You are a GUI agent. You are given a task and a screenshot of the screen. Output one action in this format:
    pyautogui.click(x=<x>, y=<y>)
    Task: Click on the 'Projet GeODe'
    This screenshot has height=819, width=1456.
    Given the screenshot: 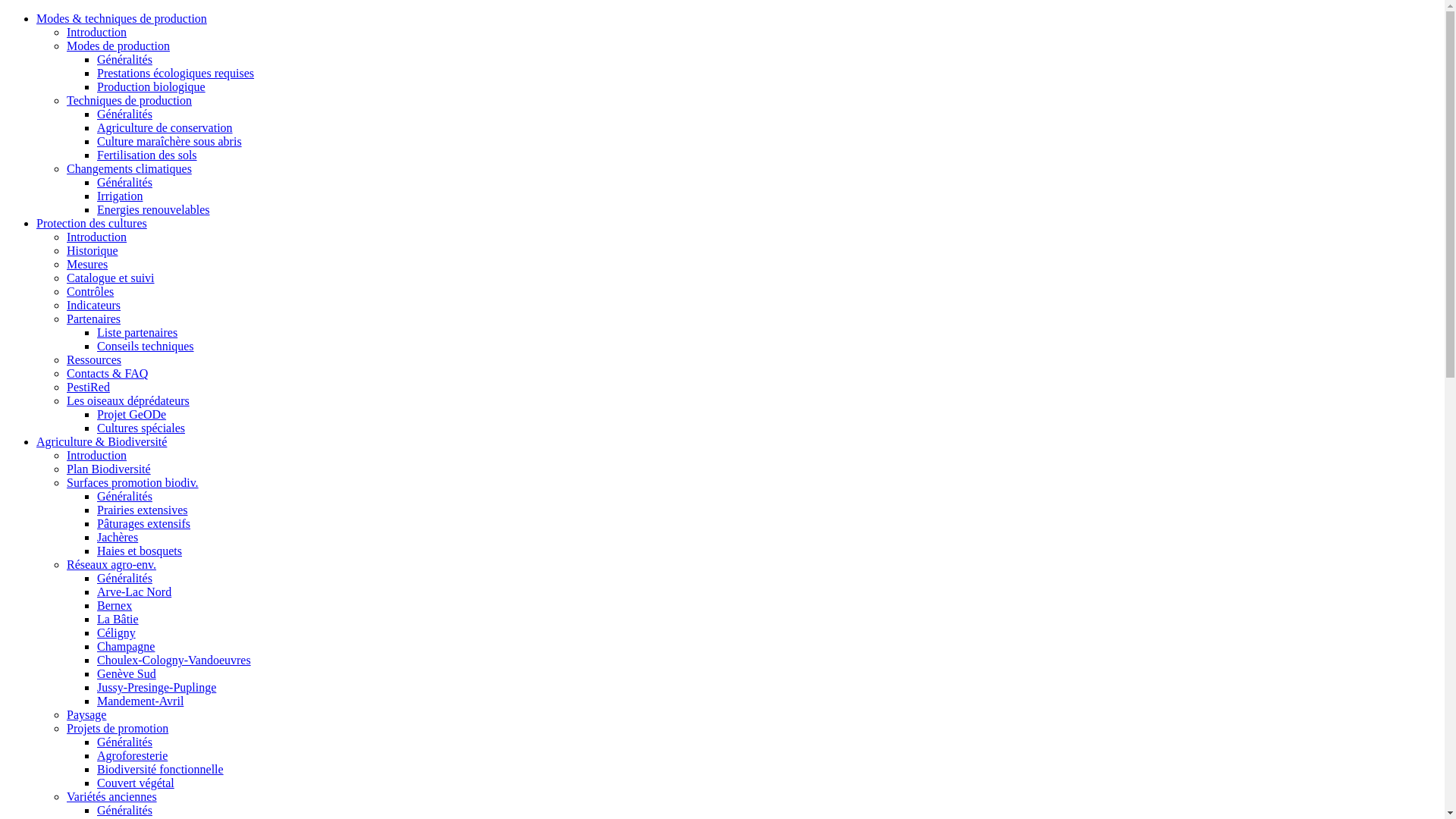 What is the action you would take?
    pyautogui.click(x=131, y=414)
    